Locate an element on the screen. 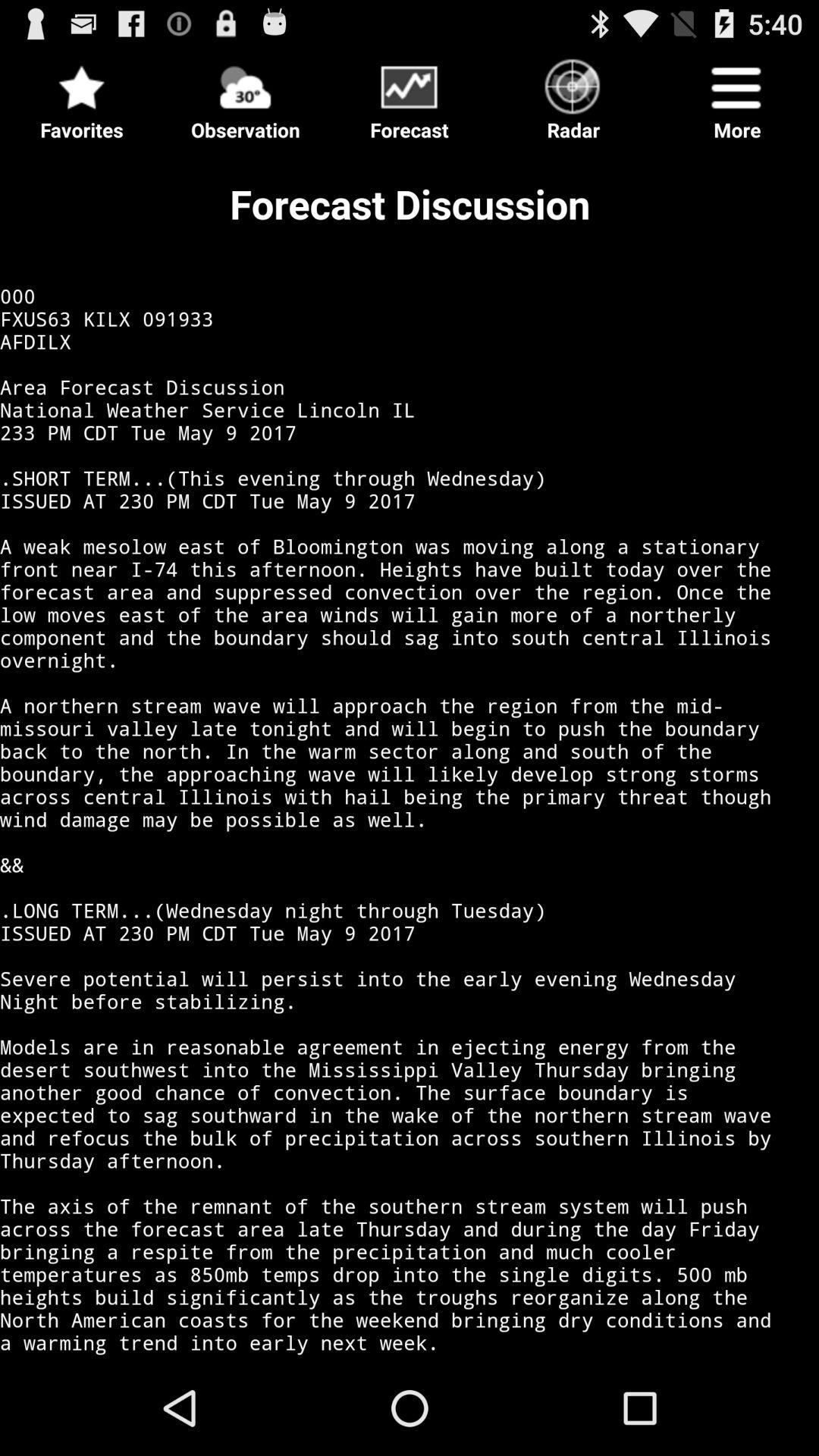 The width and height of the screenshot is (819, 1456). observation icon is located at coordinates (245, 94).